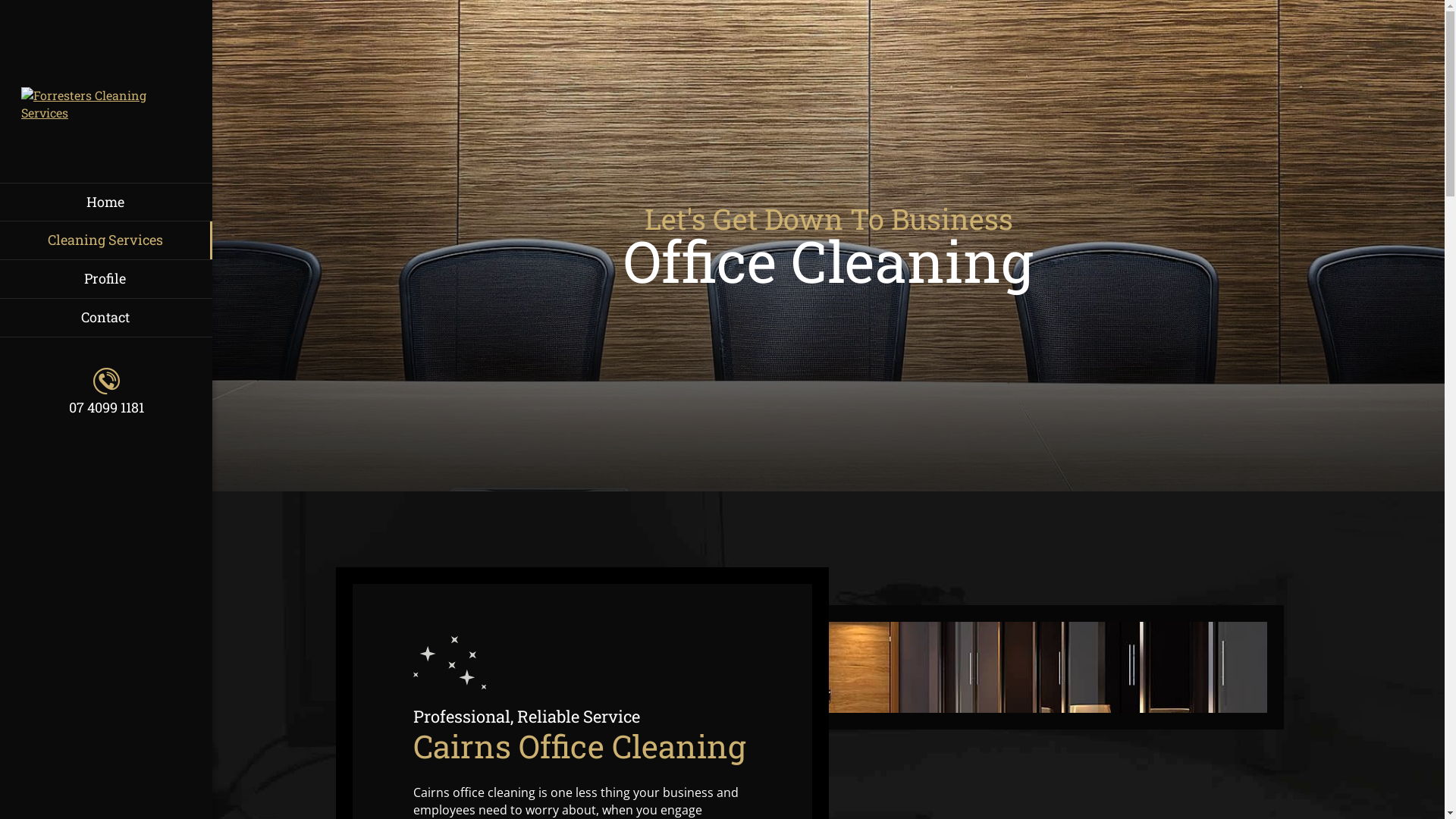  I want to click on 'Contact', so click(105, 317).